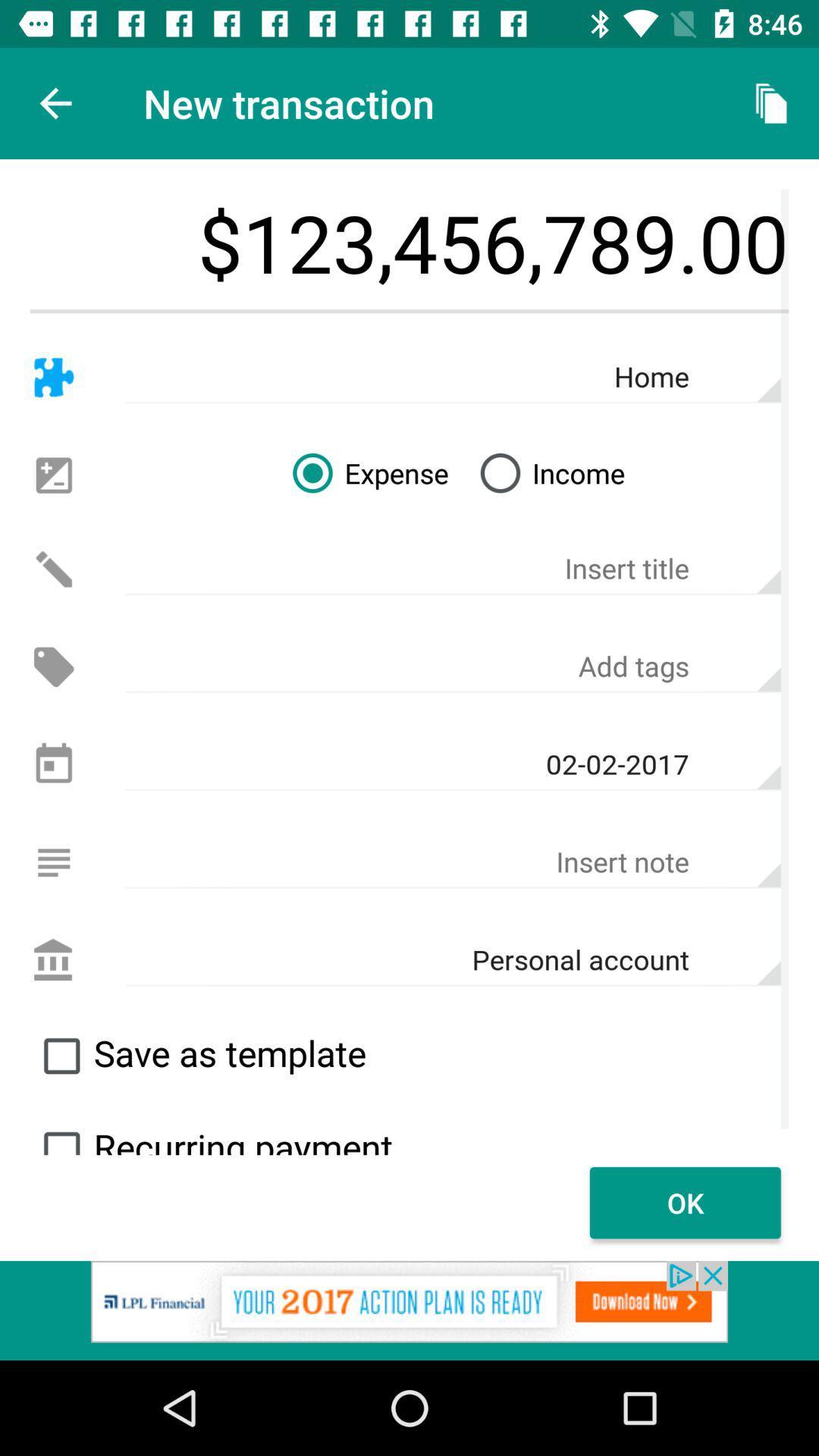 This screenshot has height=1456, width=819. I want to click on click on checkbox, so click(61, 1055).